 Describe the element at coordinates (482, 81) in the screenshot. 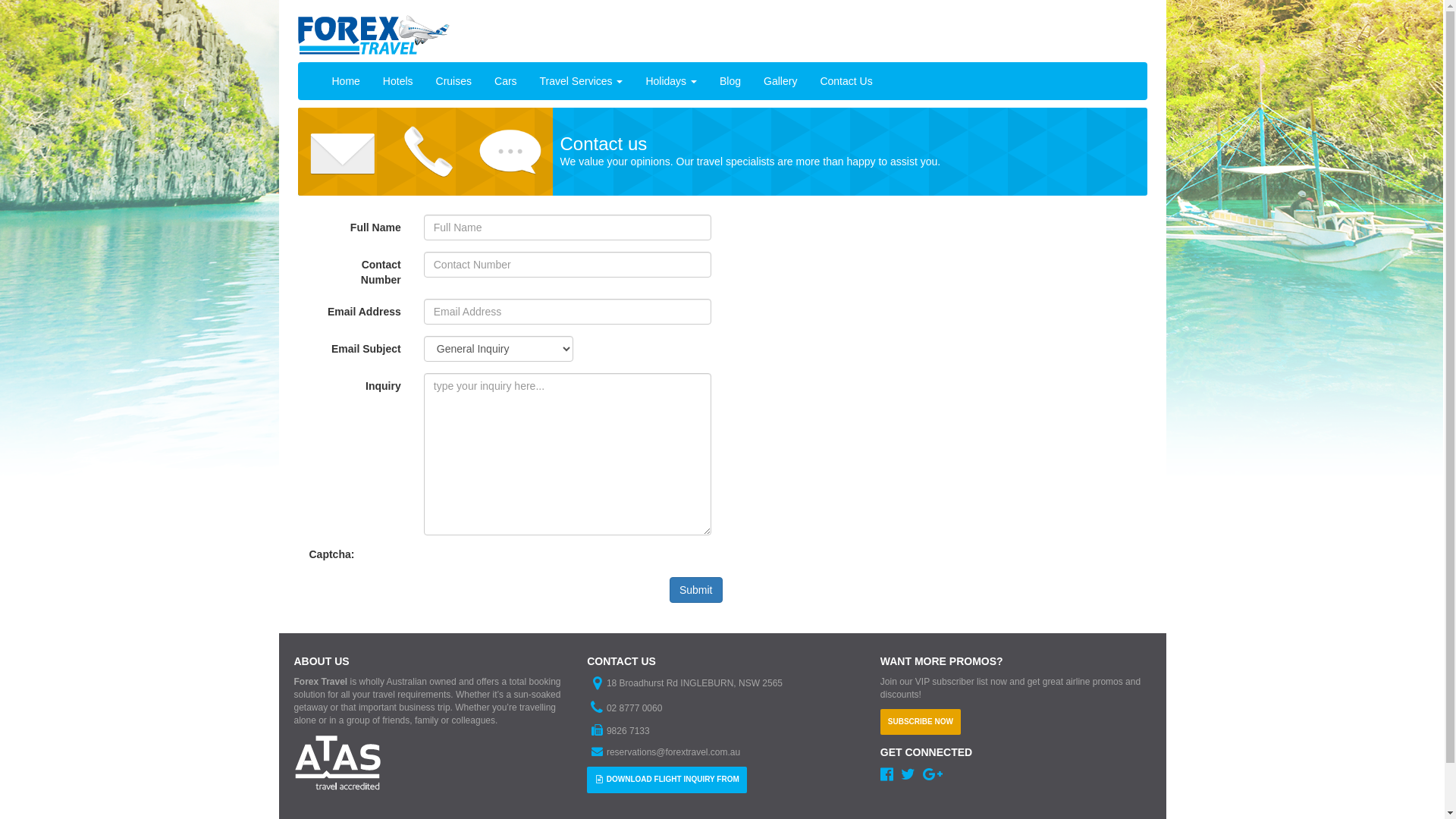

I see `'Cars'` at that location.